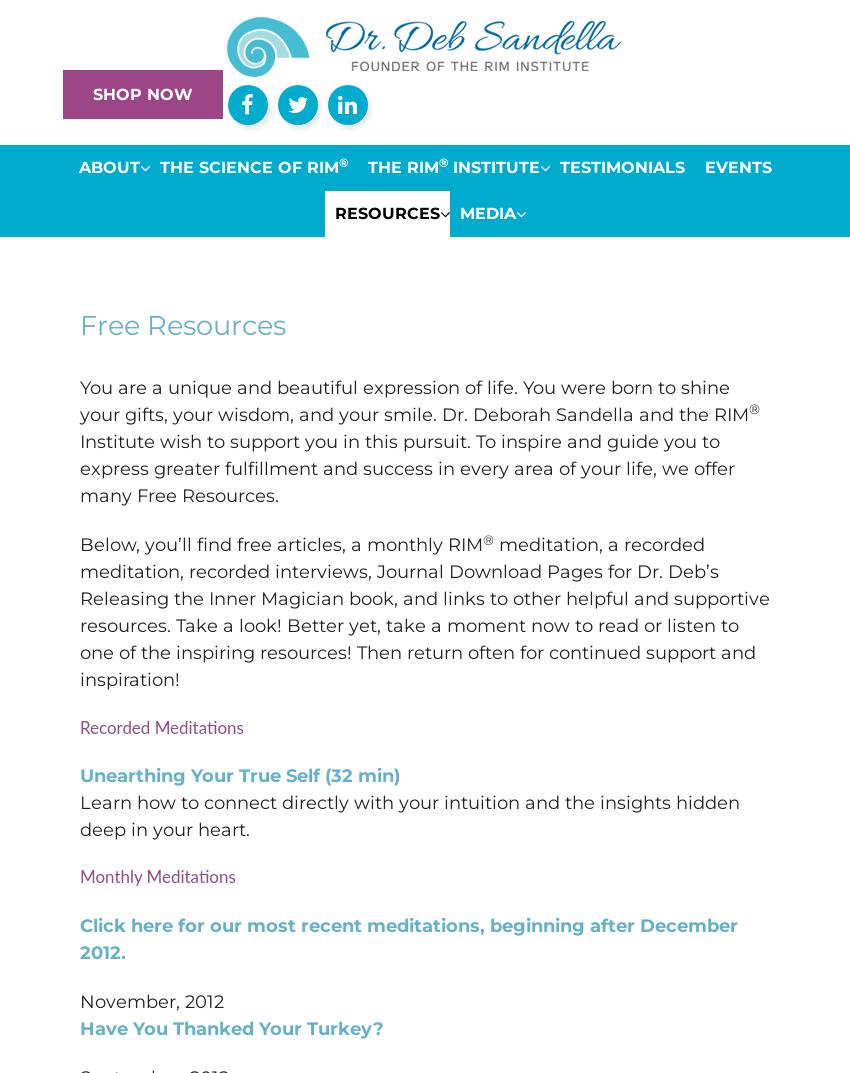 Image resolution: width=850 pixels, height=1073 pixels. Describe the element at coordinates (161, 726) in the screenshot. I see `'Recorded Meditations'` at that location.